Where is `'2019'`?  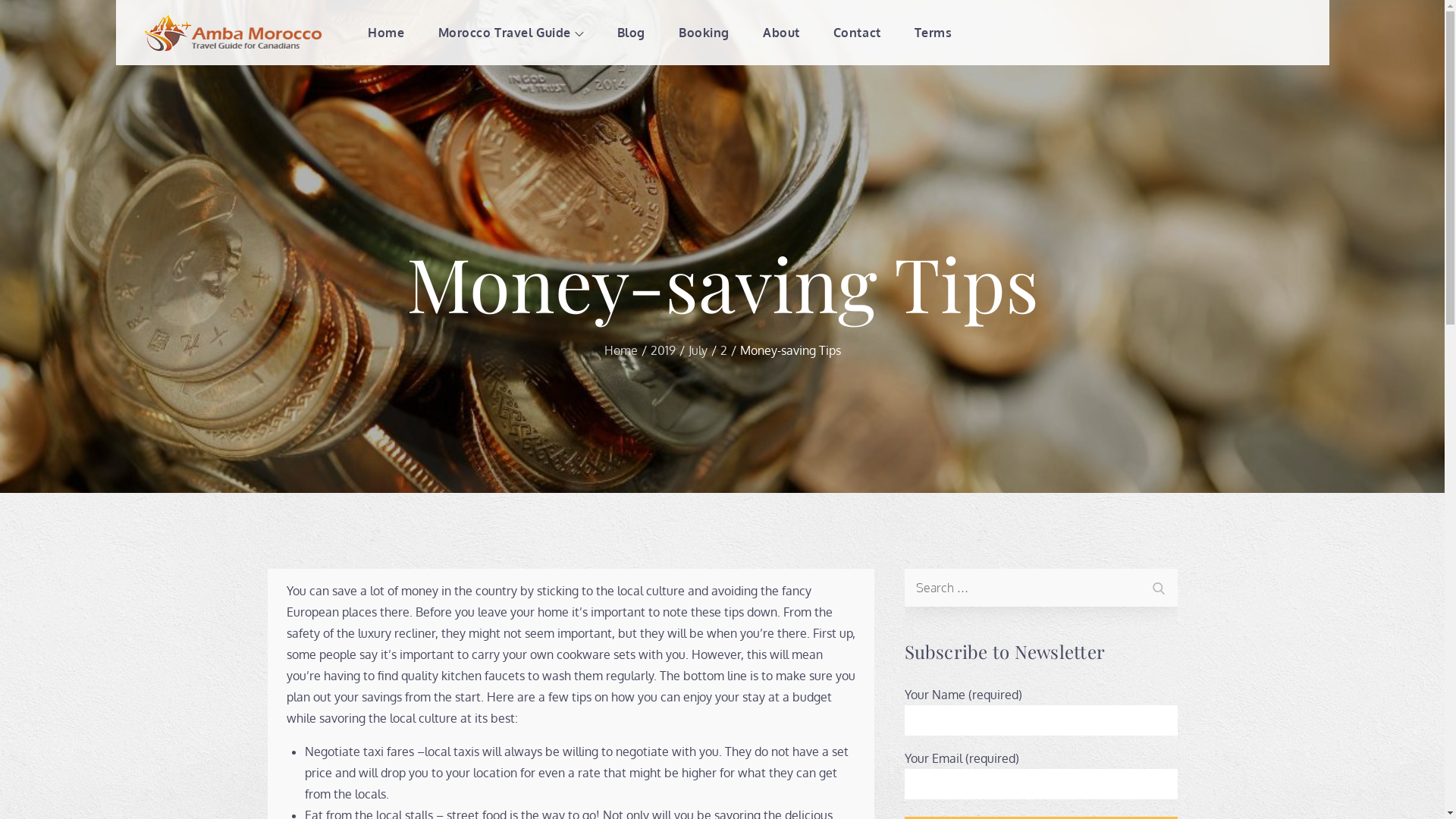
'2019' is located at coordinates (663, 350).